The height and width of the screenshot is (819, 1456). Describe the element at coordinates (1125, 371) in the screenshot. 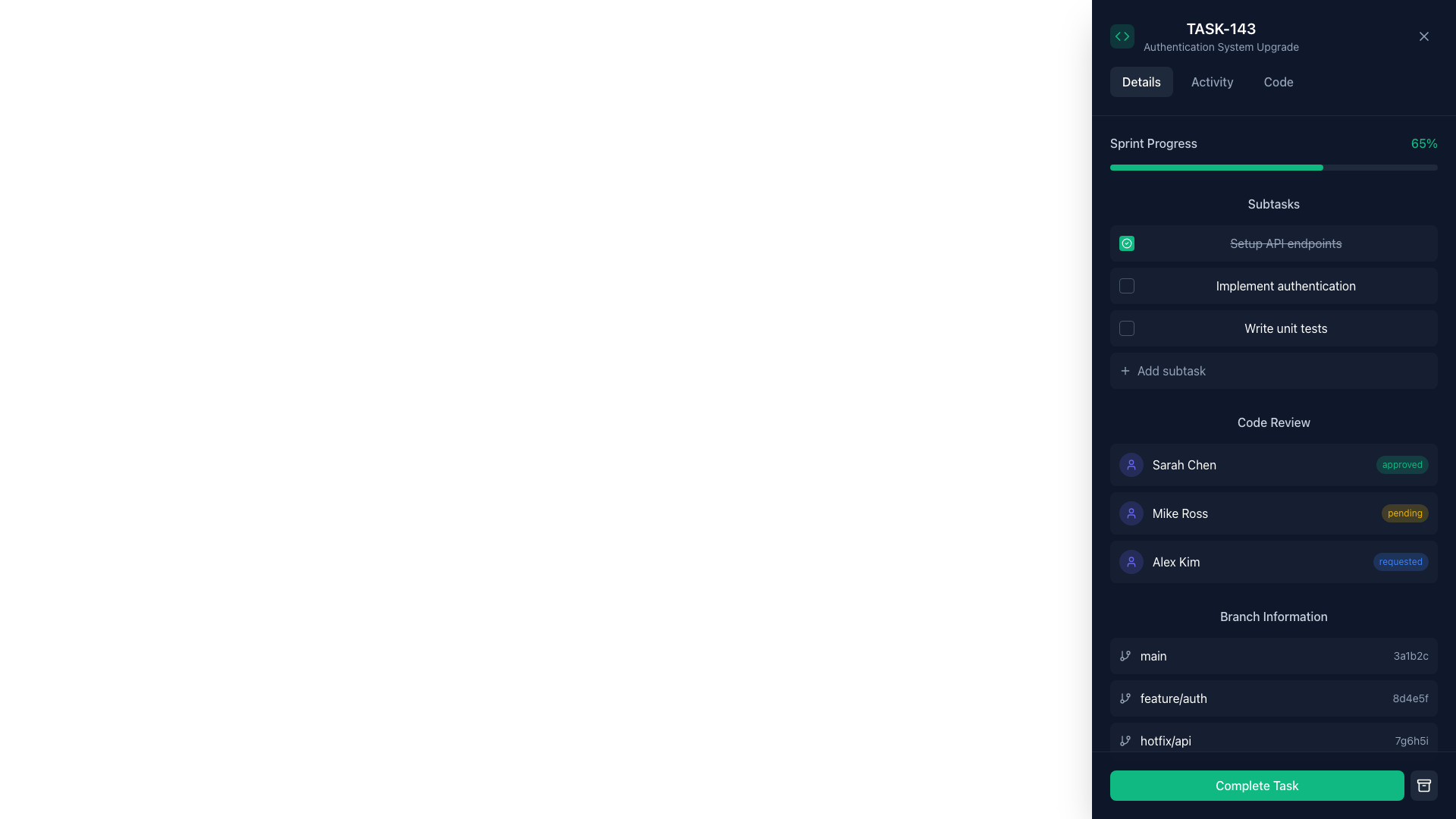

I see `the button icon located to the left of the 'Add subtask' button` at that location.